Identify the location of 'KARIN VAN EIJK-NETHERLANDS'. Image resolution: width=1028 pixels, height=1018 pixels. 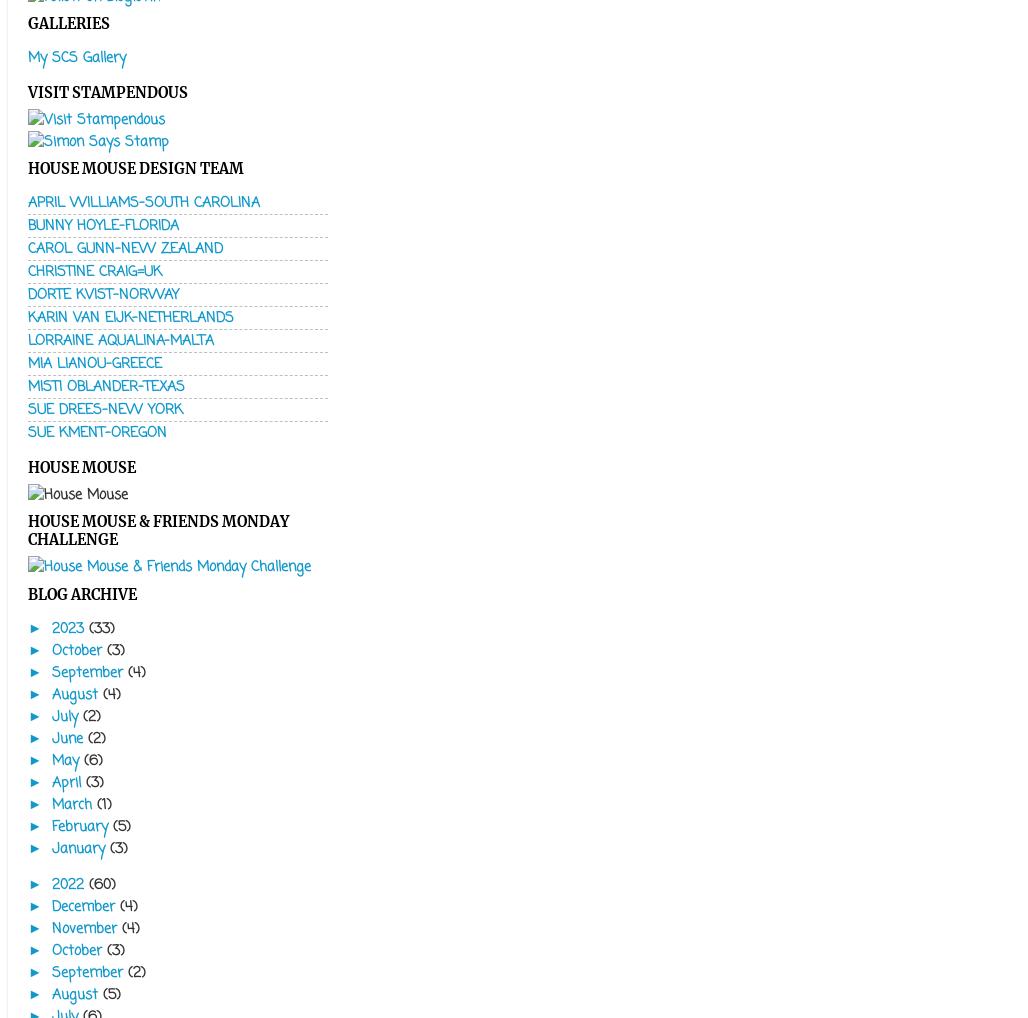
(130, 317).